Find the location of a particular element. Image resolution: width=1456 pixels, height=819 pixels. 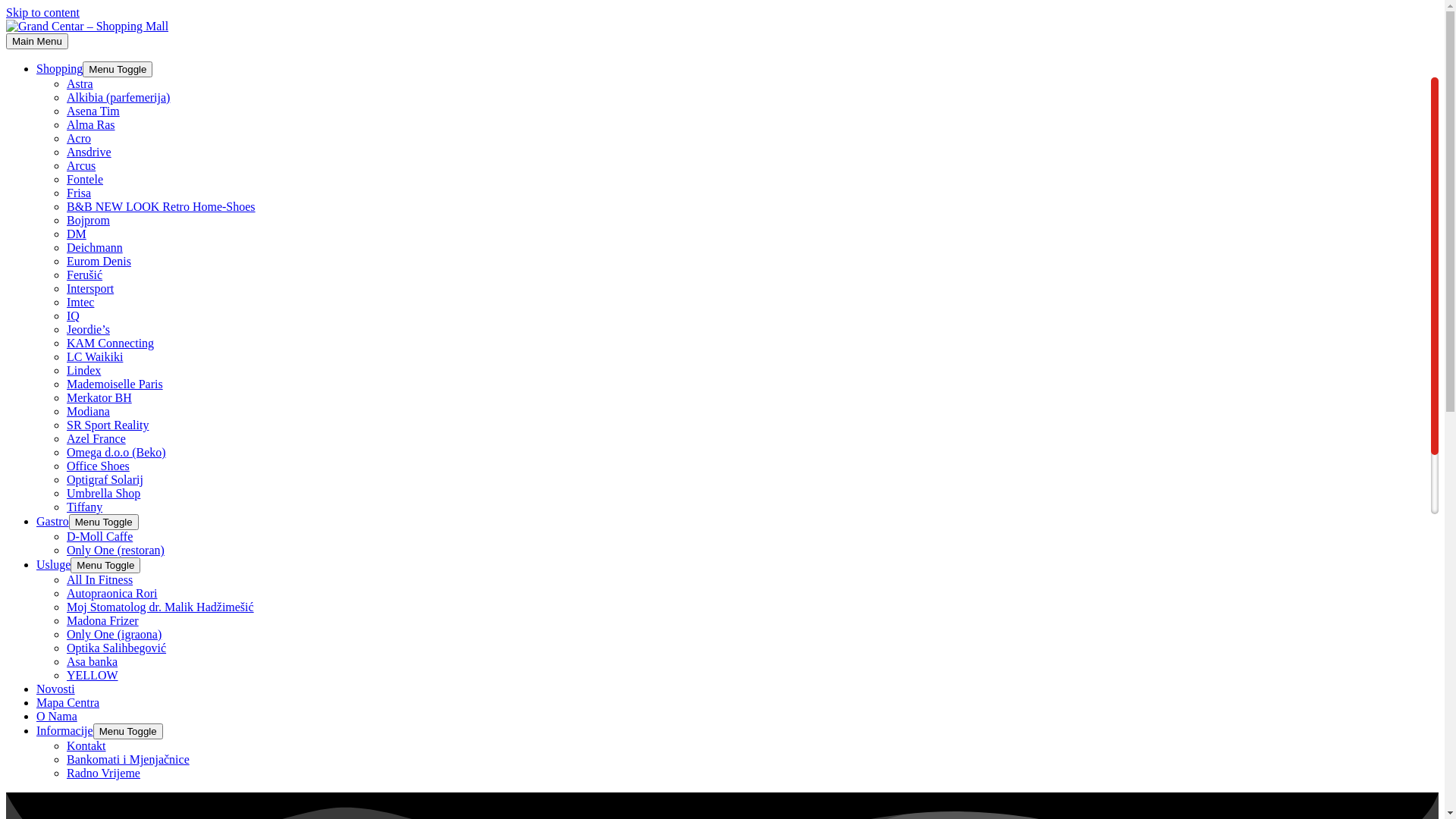

'IQ' is located at coordinates (72, 315).